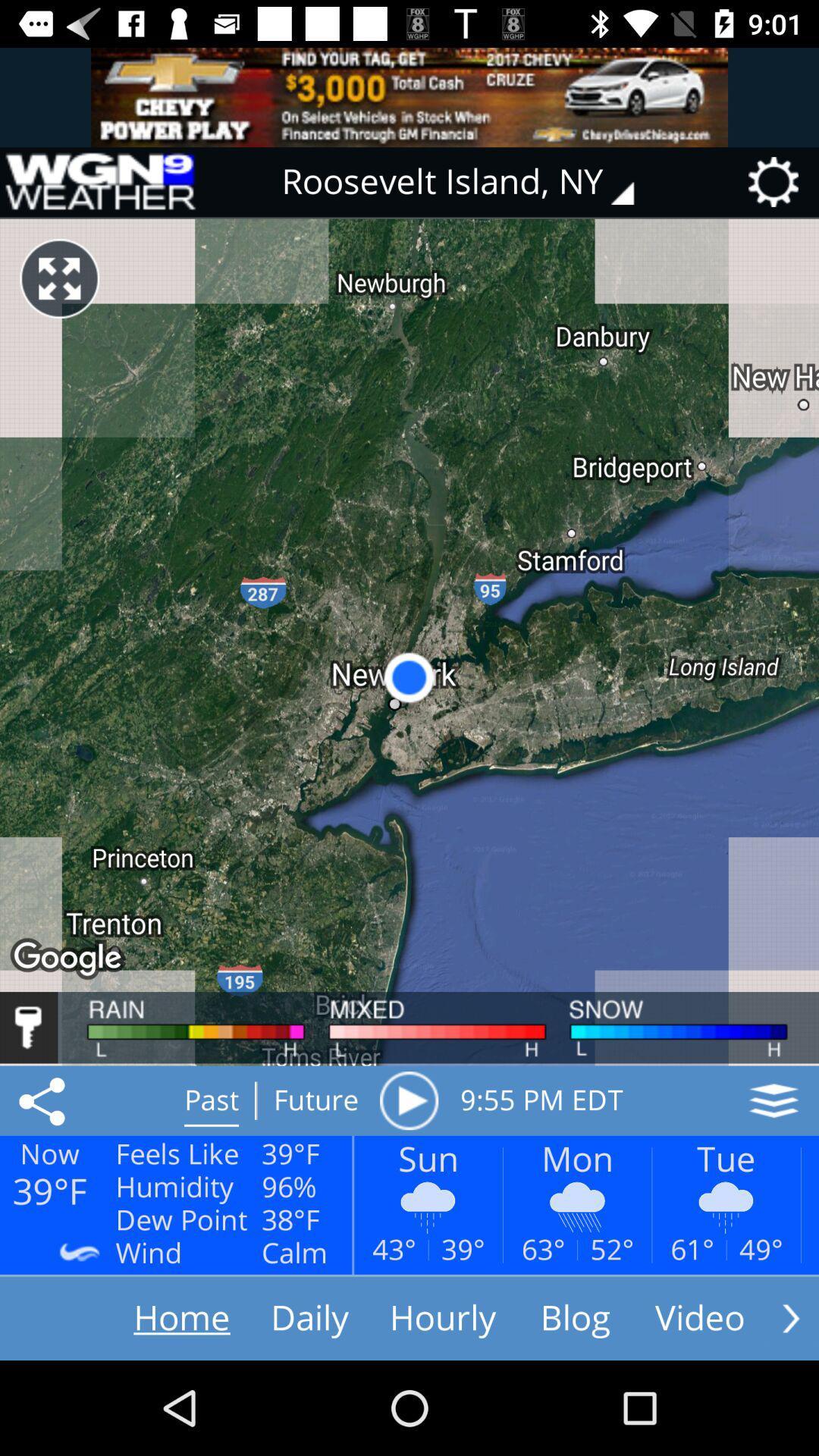 This screenshot has width=819, height=1456. What do you see at coordinates (773, 1100) in the screenshot?
I see `the layers icon` at bounding box center [773, 1100].